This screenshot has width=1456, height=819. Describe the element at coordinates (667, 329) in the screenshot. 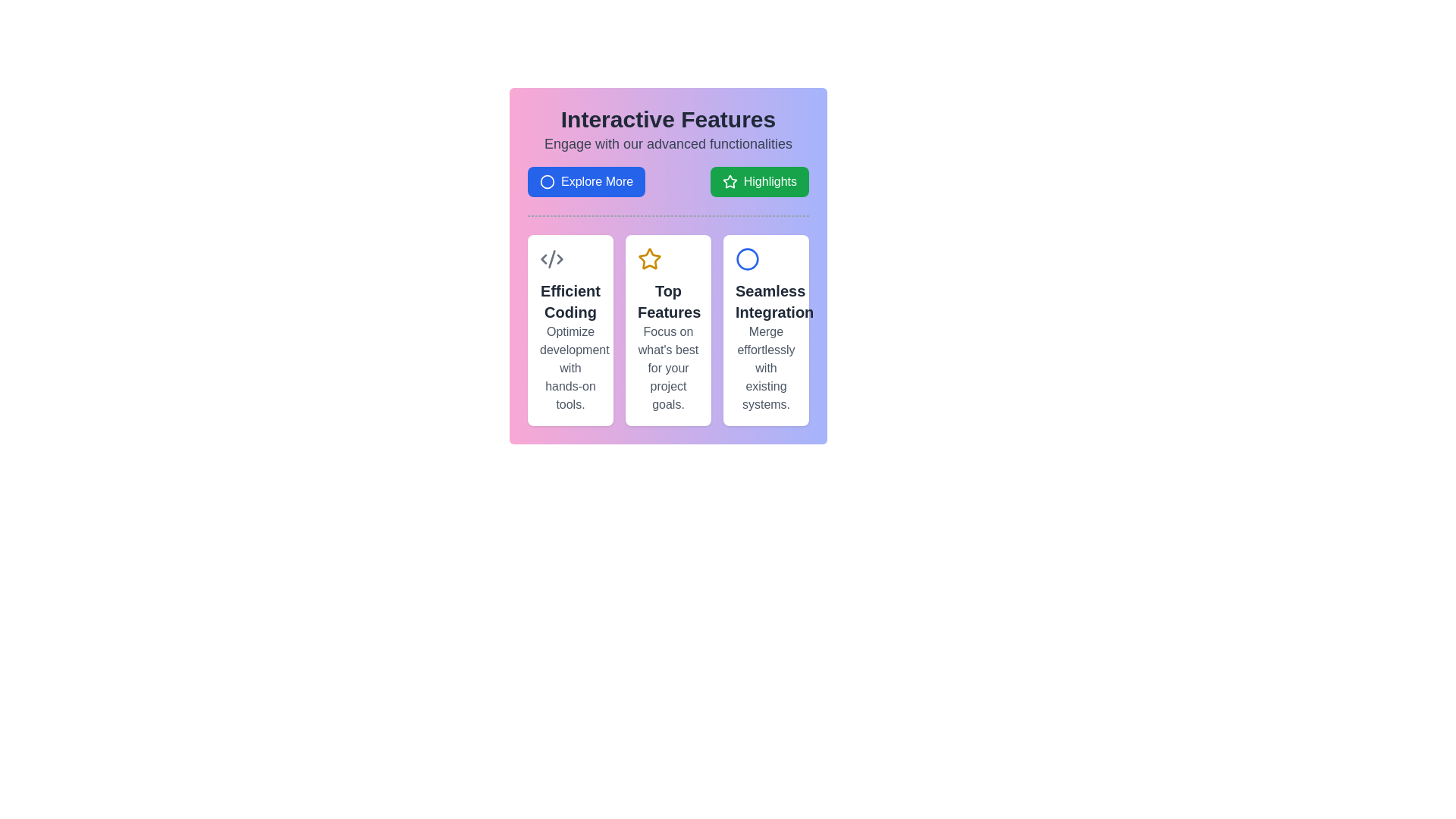

I see `the 'Top Features' informational card` at that location.